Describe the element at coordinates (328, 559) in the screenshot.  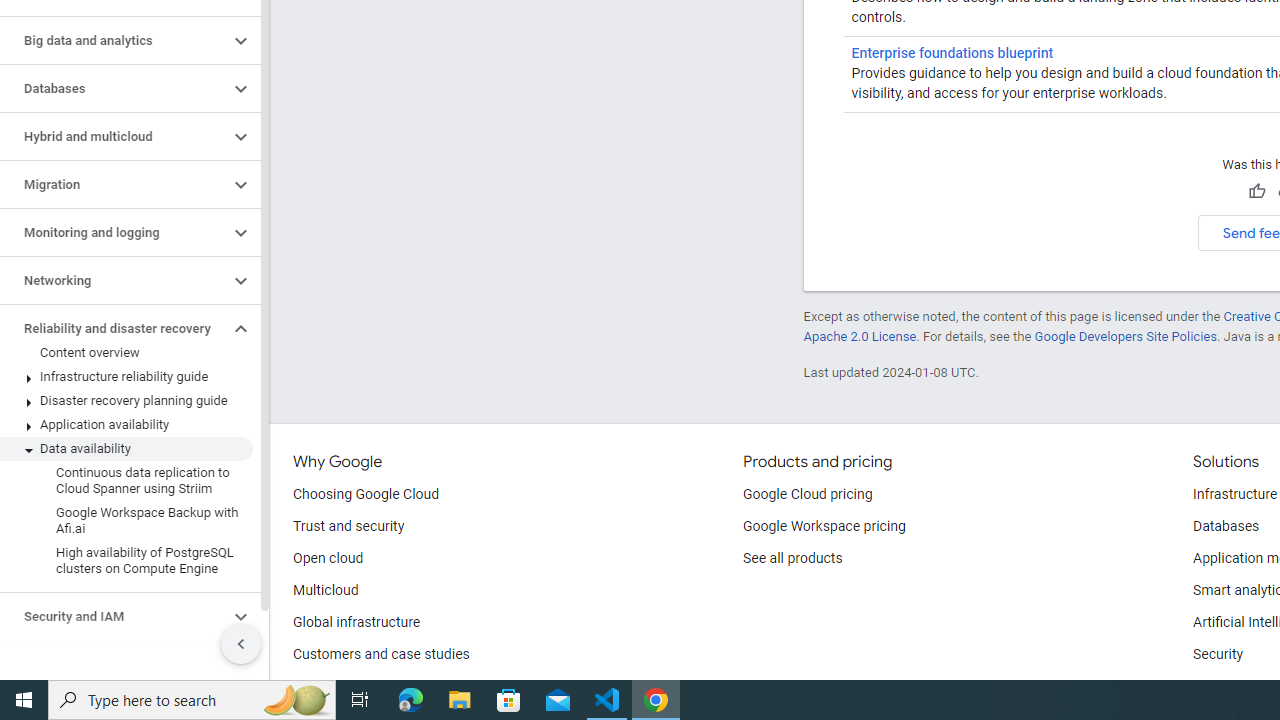
I see `'Open cloud'` at that location.